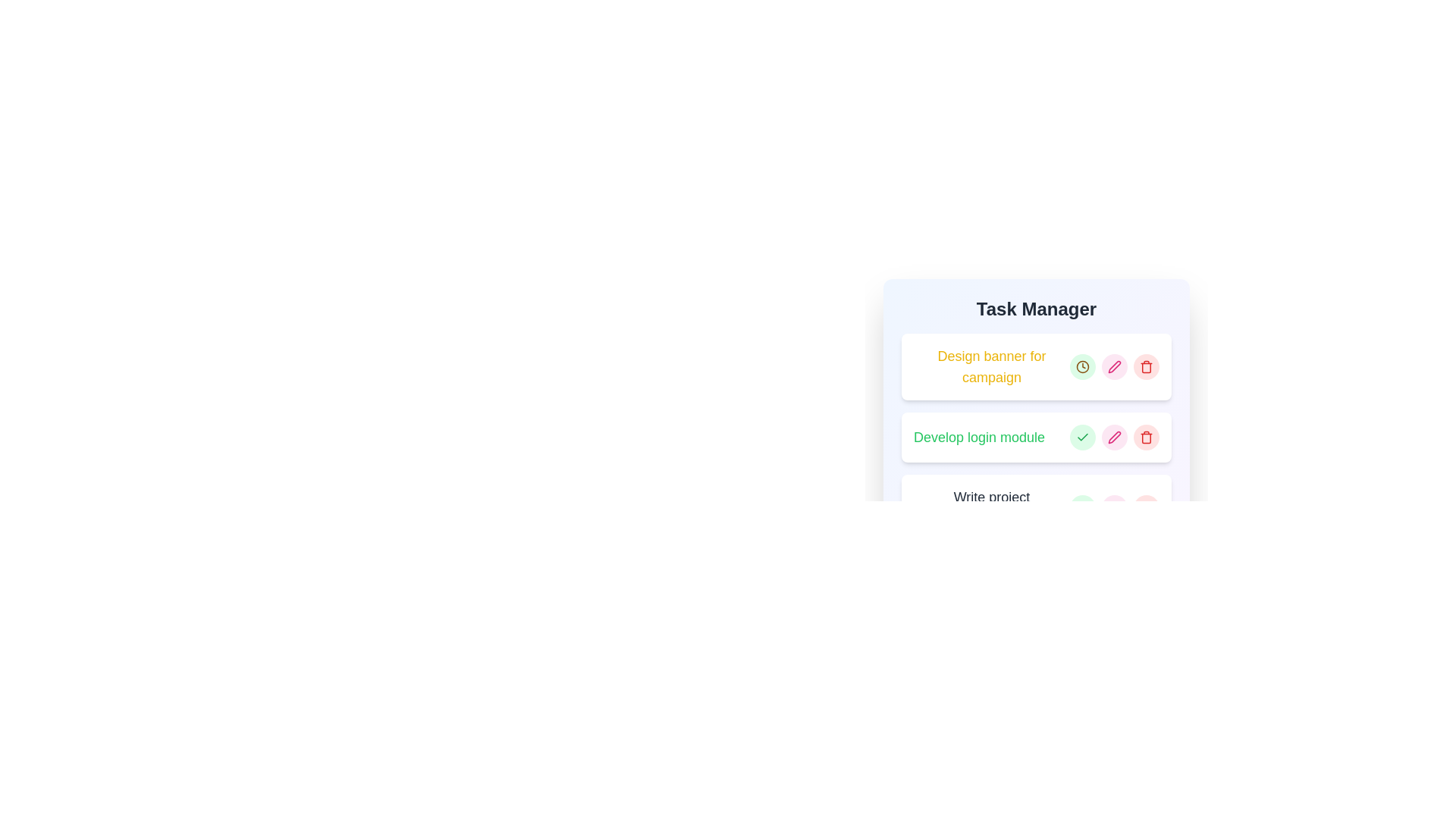 The image size is (1456, 819). Describe the element at coordinates (1082, 366) in the screenshot. I see `the clock icon located at the top-right corner of the 'Design banner for campaign' task row in the task manager interface` at that location.